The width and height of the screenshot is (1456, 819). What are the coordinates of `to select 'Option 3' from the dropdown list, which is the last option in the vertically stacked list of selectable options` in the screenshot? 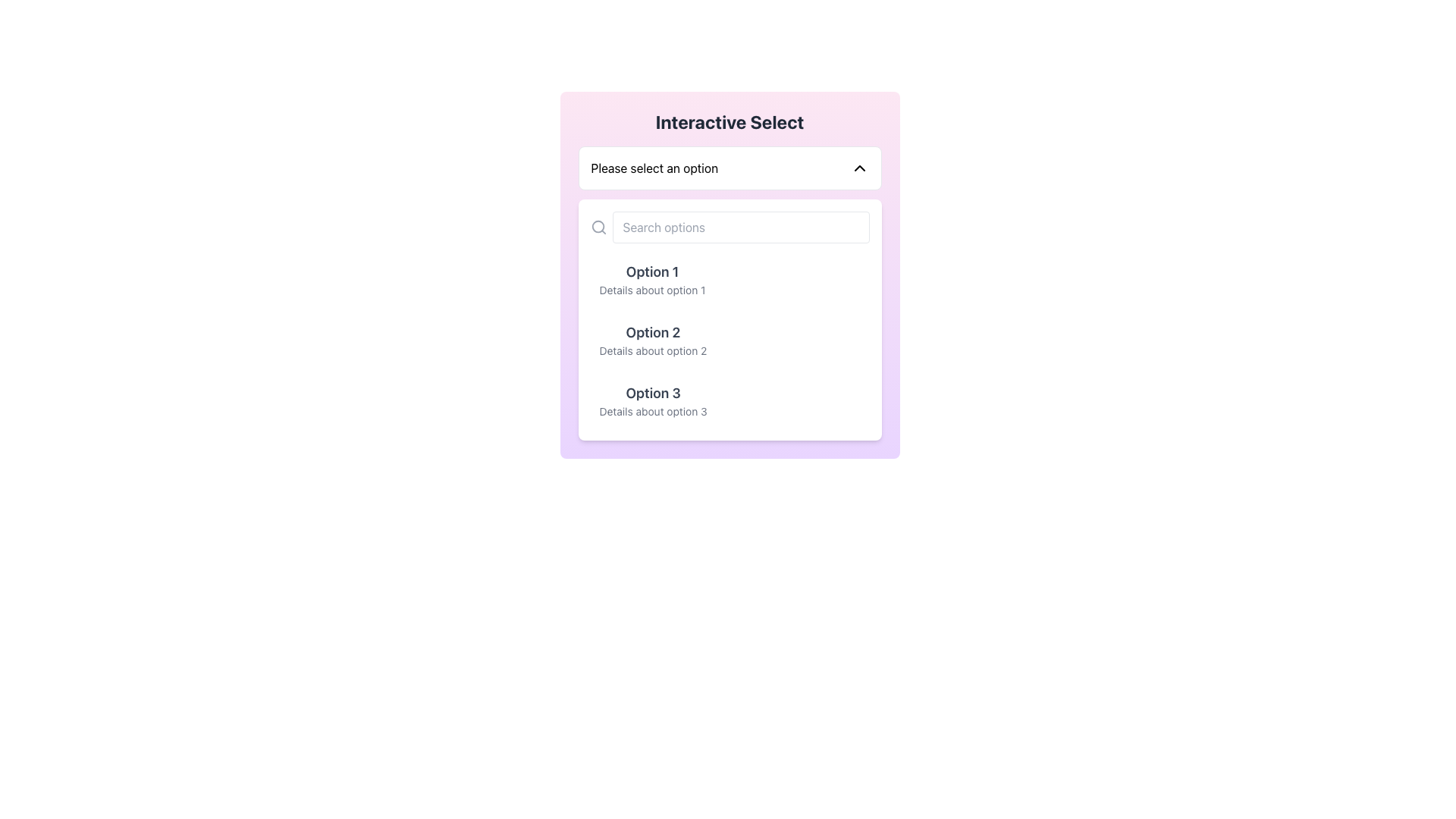 It's located at (730, 400).